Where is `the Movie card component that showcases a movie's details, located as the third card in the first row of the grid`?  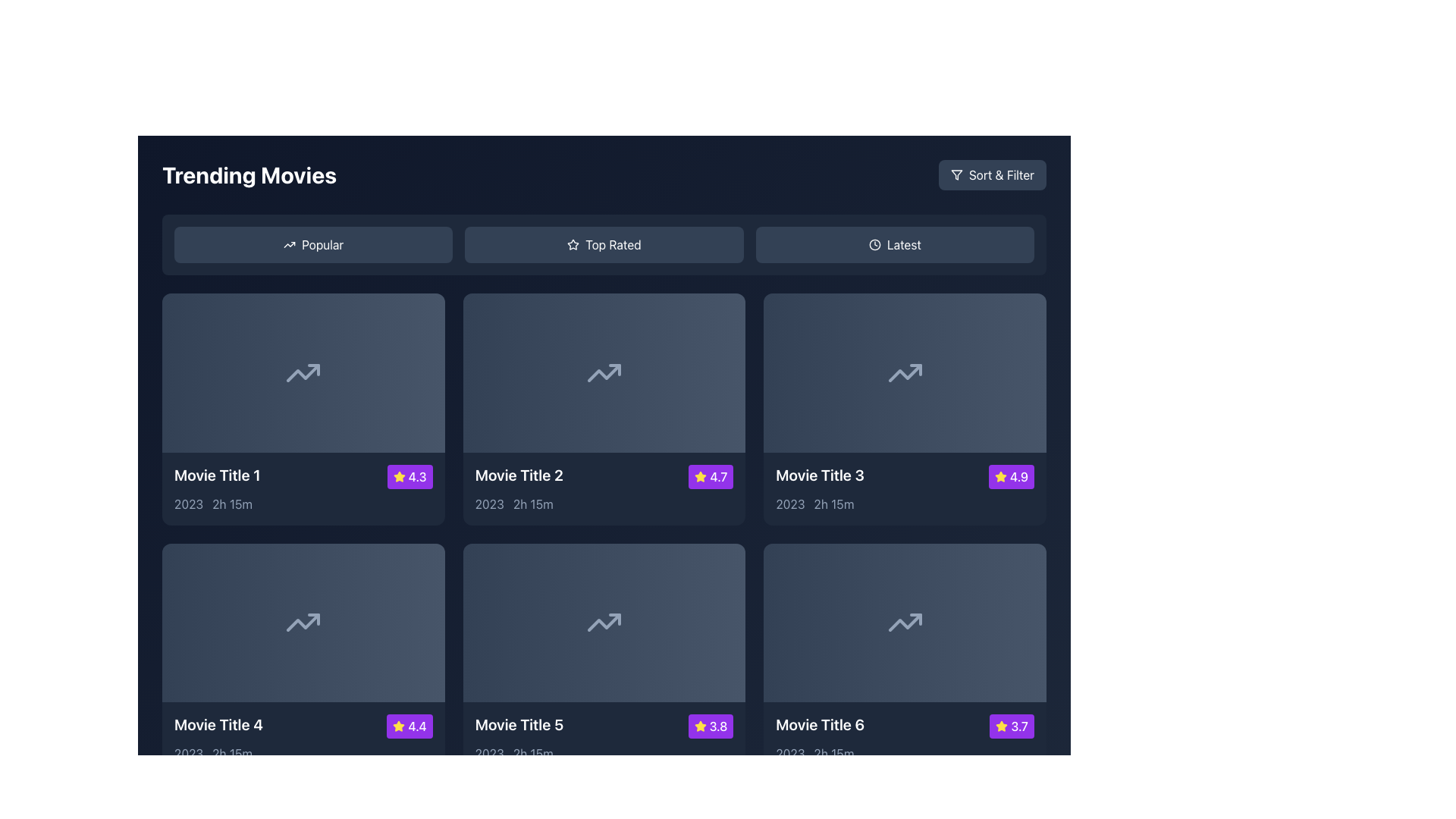 the Movie card component that showcases a movie's details, located as the third card in the first row of the grid is located at coordinates (905, 408).